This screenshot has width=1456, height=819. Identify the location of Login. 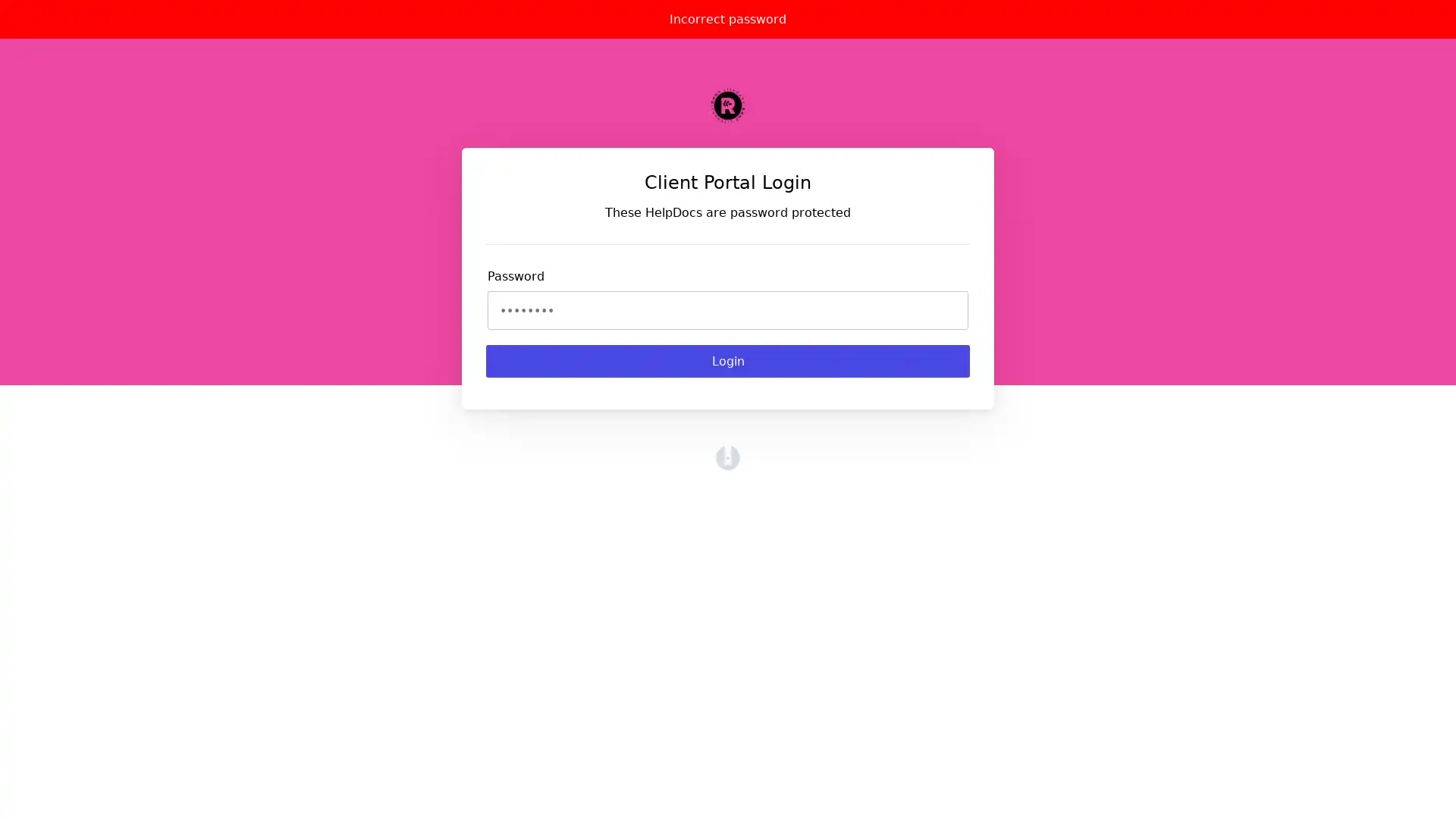
(728, 361).